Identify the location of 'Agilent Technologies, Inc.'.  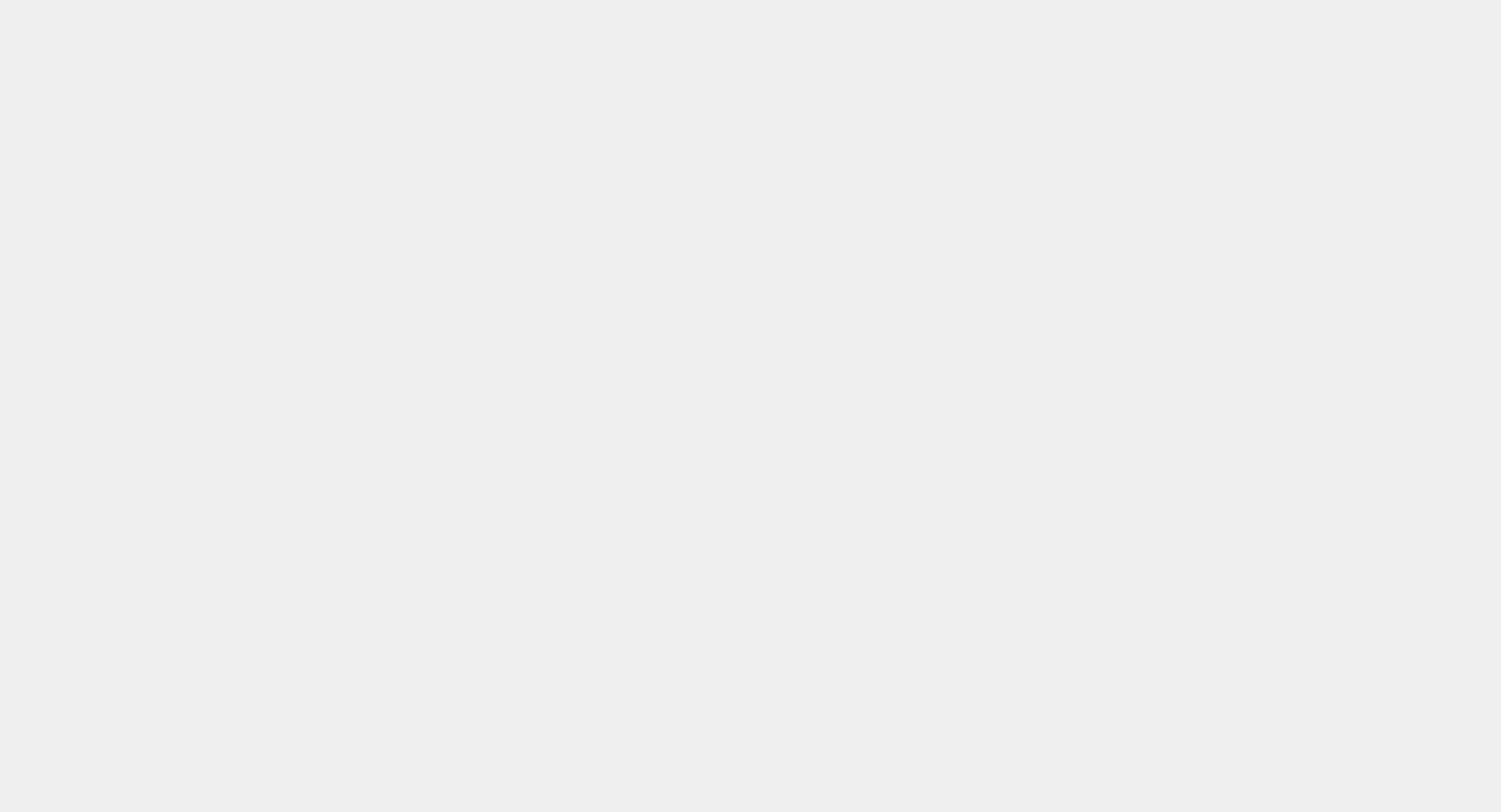
(263, 149).